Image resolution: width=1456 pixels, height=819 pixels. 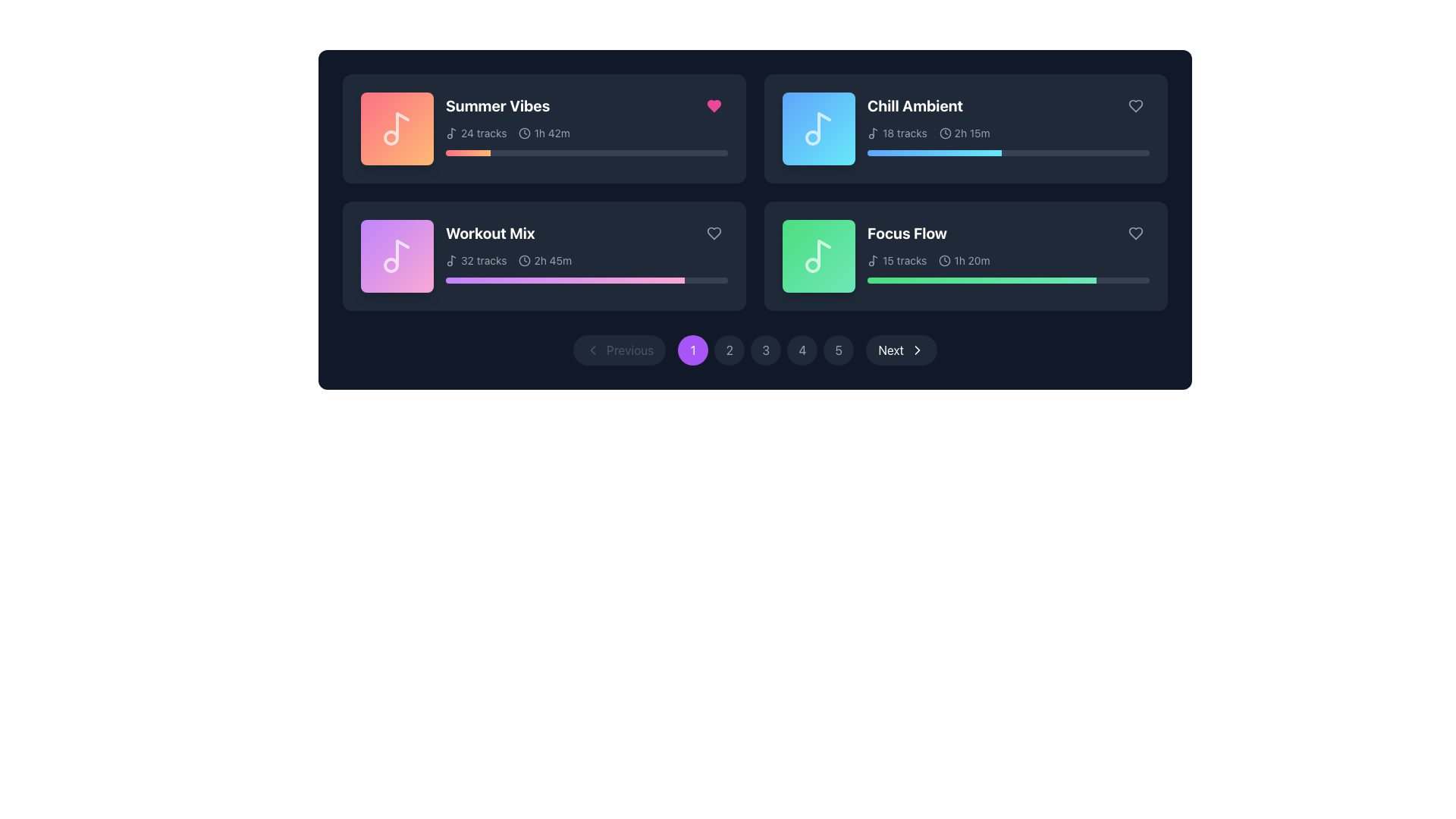 I want to click on the heart icon button located in the top-right corner of the 'Chill Ambient' section to like or favorite the item, so click(x=1135, y=105).